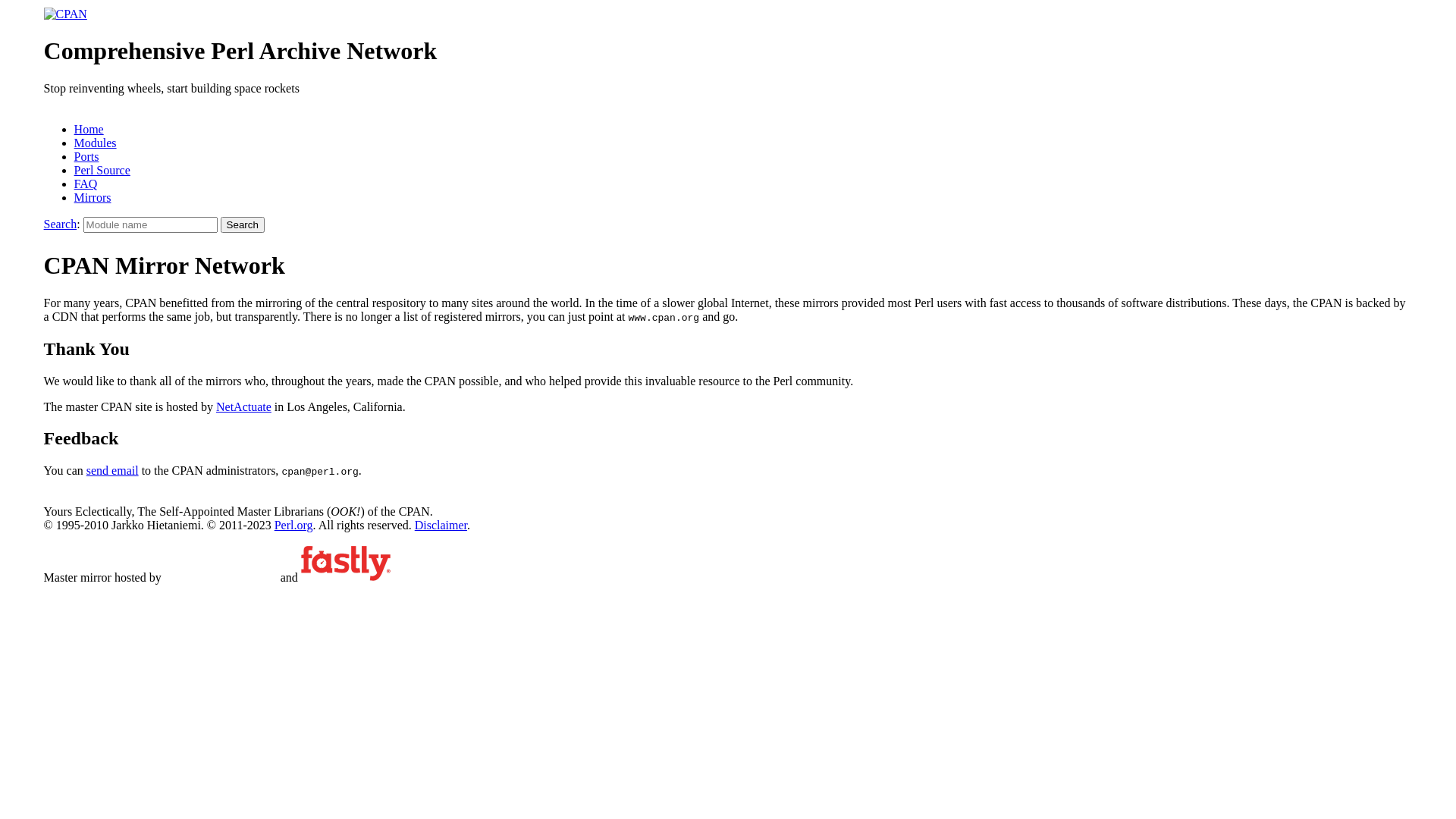 This screenshot has width=1456, height=819. What do you see at coordinates (111, 469) in the screenshot?
I see `'send email'` at bounding box center [111, 469].